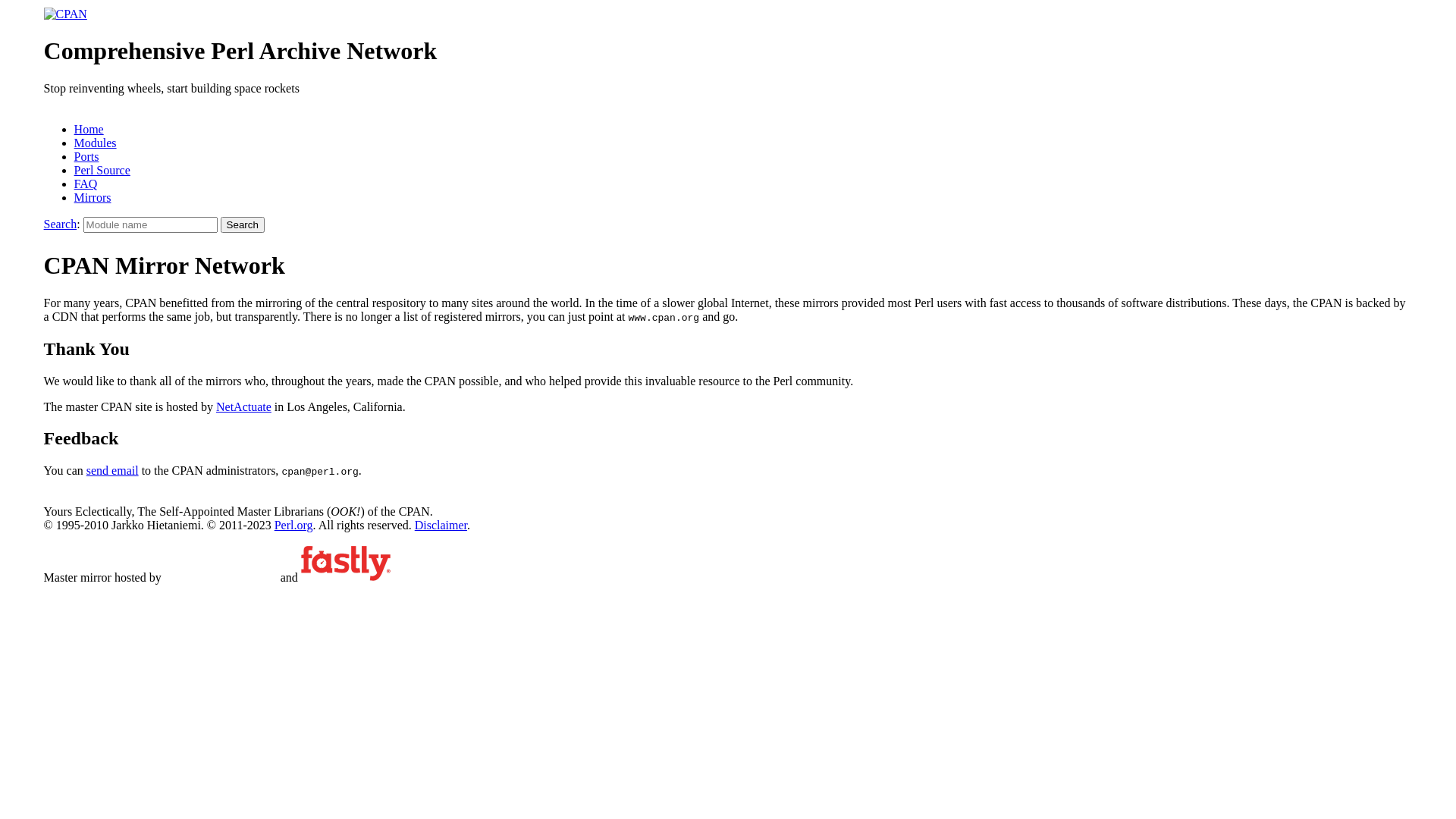 This screenshot has width=1456, height=819. What do you see at coordinates (111, 469) in the screenshot?
I see `'send email'` at bounding box center [111, 469].